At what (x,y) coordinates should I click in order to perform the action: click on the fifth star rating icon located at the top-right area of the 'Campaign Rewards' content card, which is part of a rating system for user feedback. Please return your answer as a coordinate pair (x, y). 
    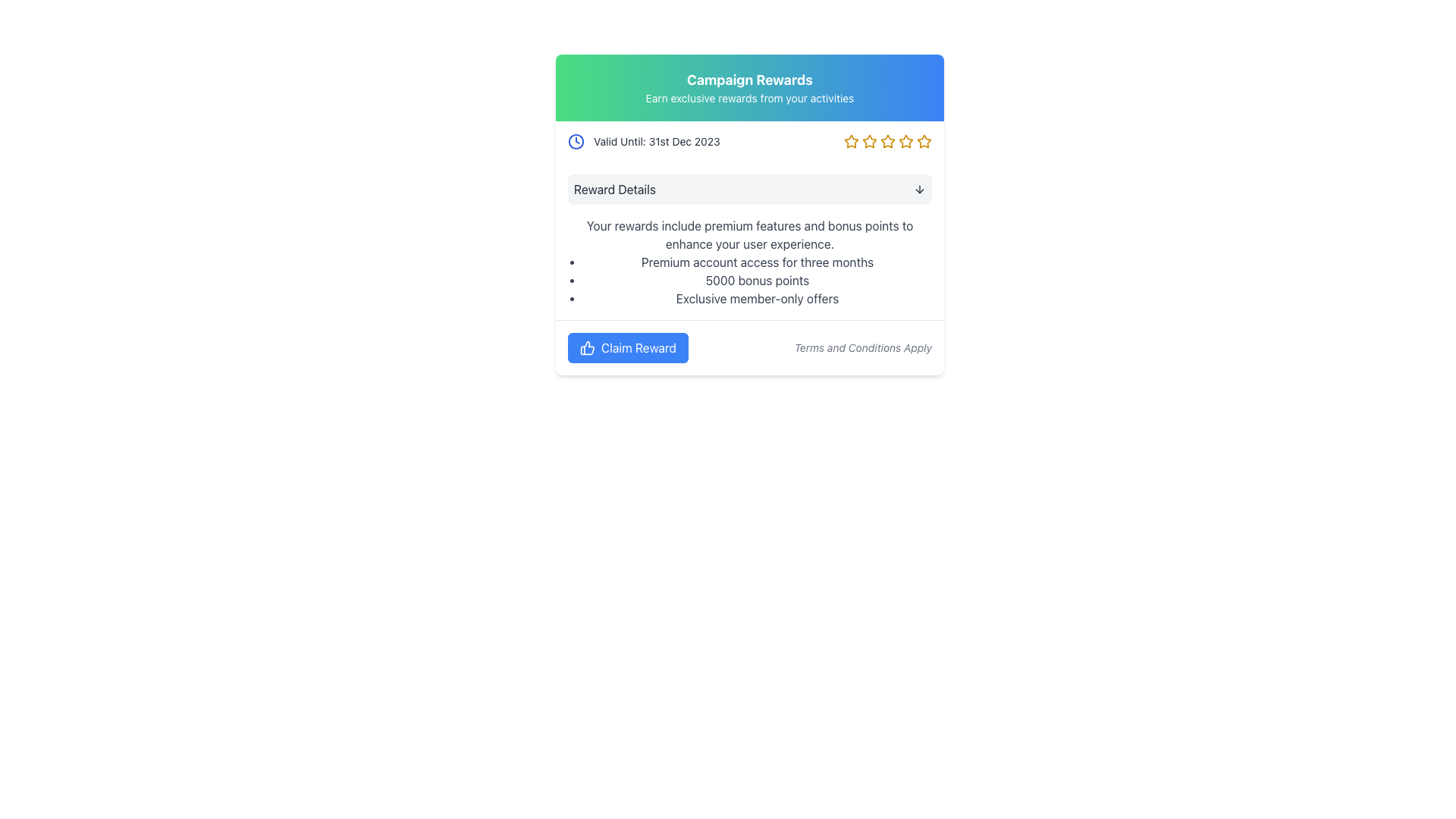
    Looking at the image, I should click on (906, 141).